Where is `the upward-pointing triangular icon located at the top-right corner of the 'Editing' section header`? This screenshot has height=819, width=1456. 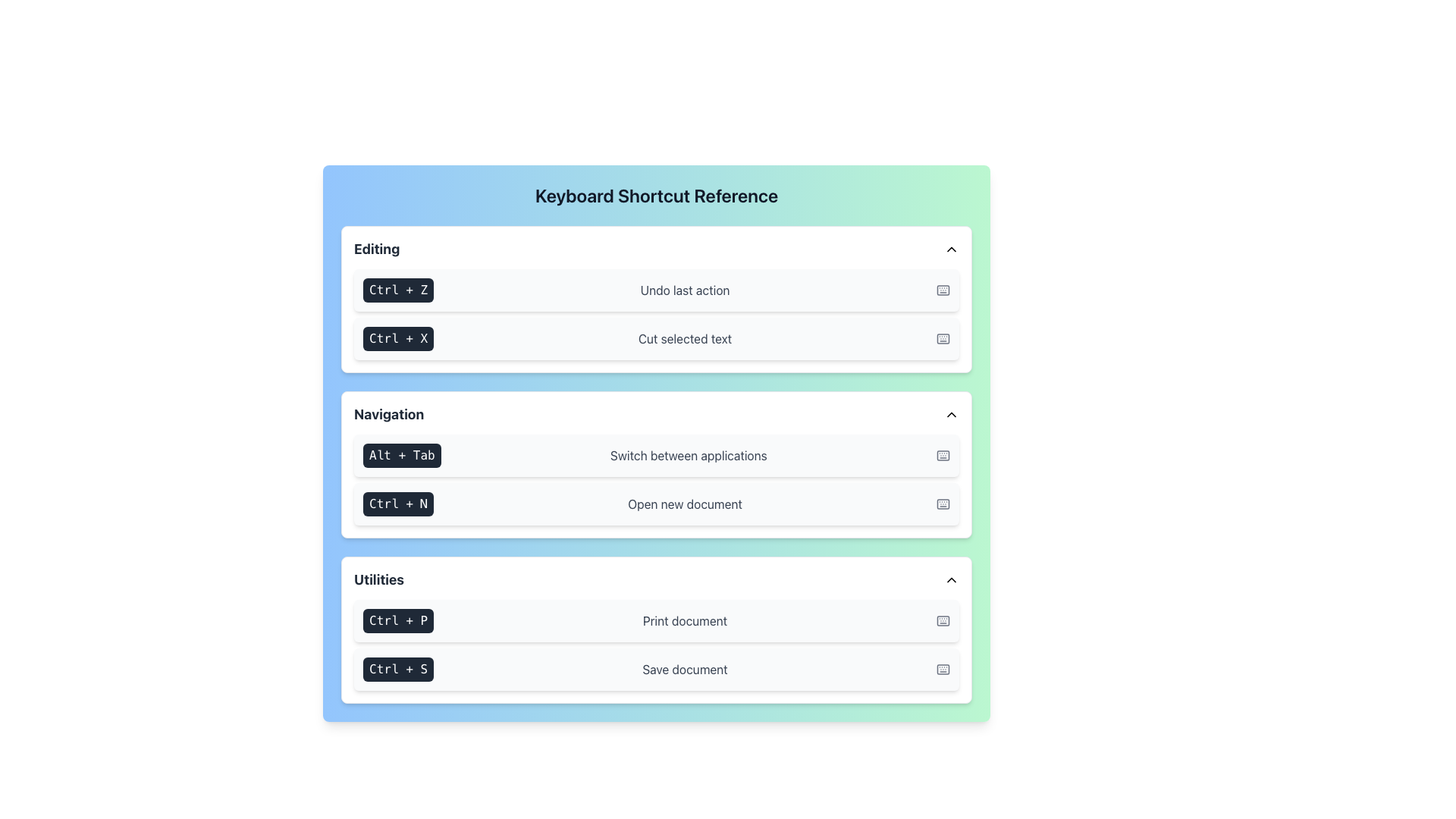 the upward-pointing triangular icon located at the top-right corner of the 'Editing' section header is located at coordinates (950, 248).